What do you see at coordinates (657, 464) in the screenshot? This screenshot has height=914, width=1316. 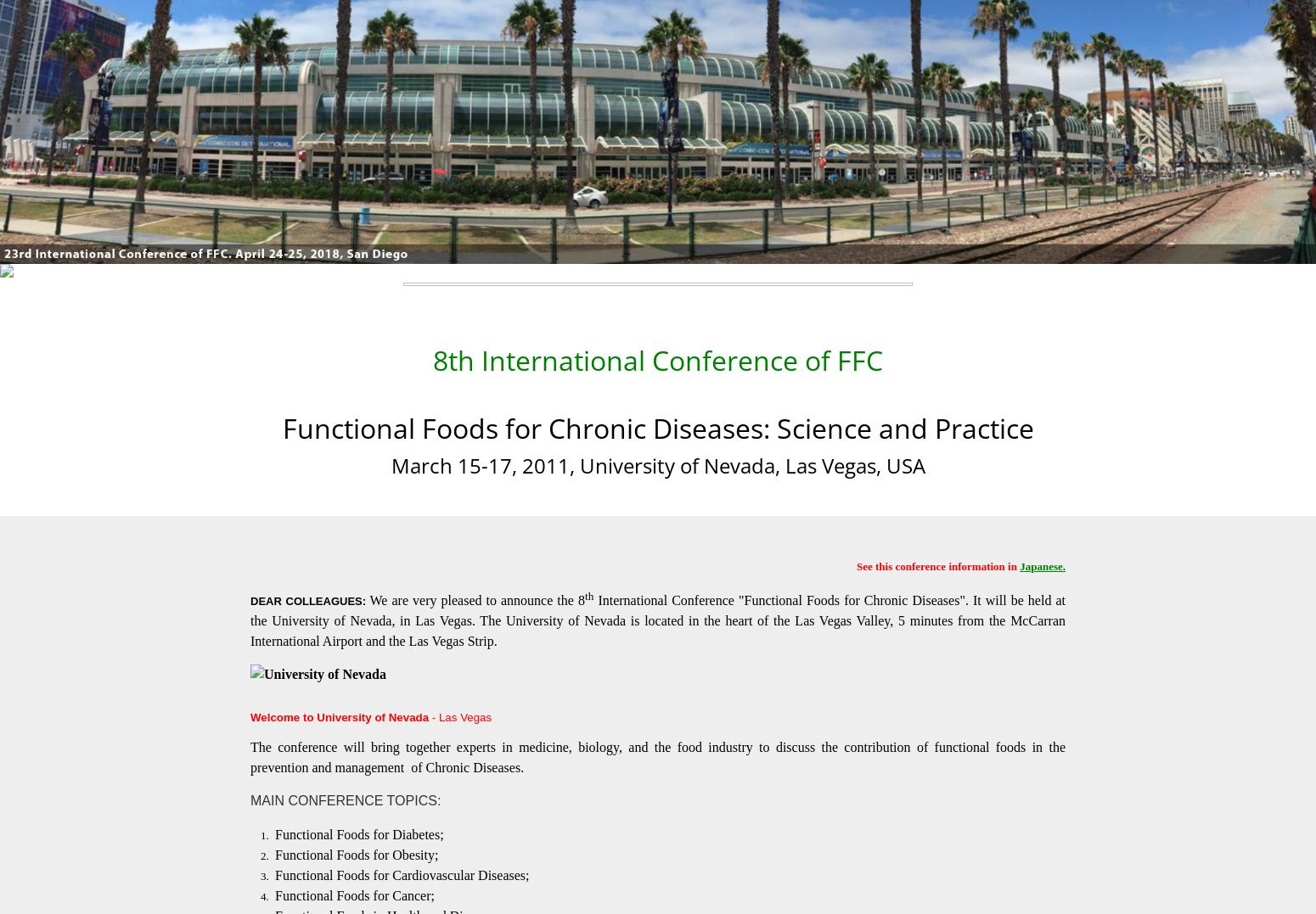 I see `'March 15-17, 2011, University of Nevada, Las Vegas, USA'` at bounding box center [657, 464].